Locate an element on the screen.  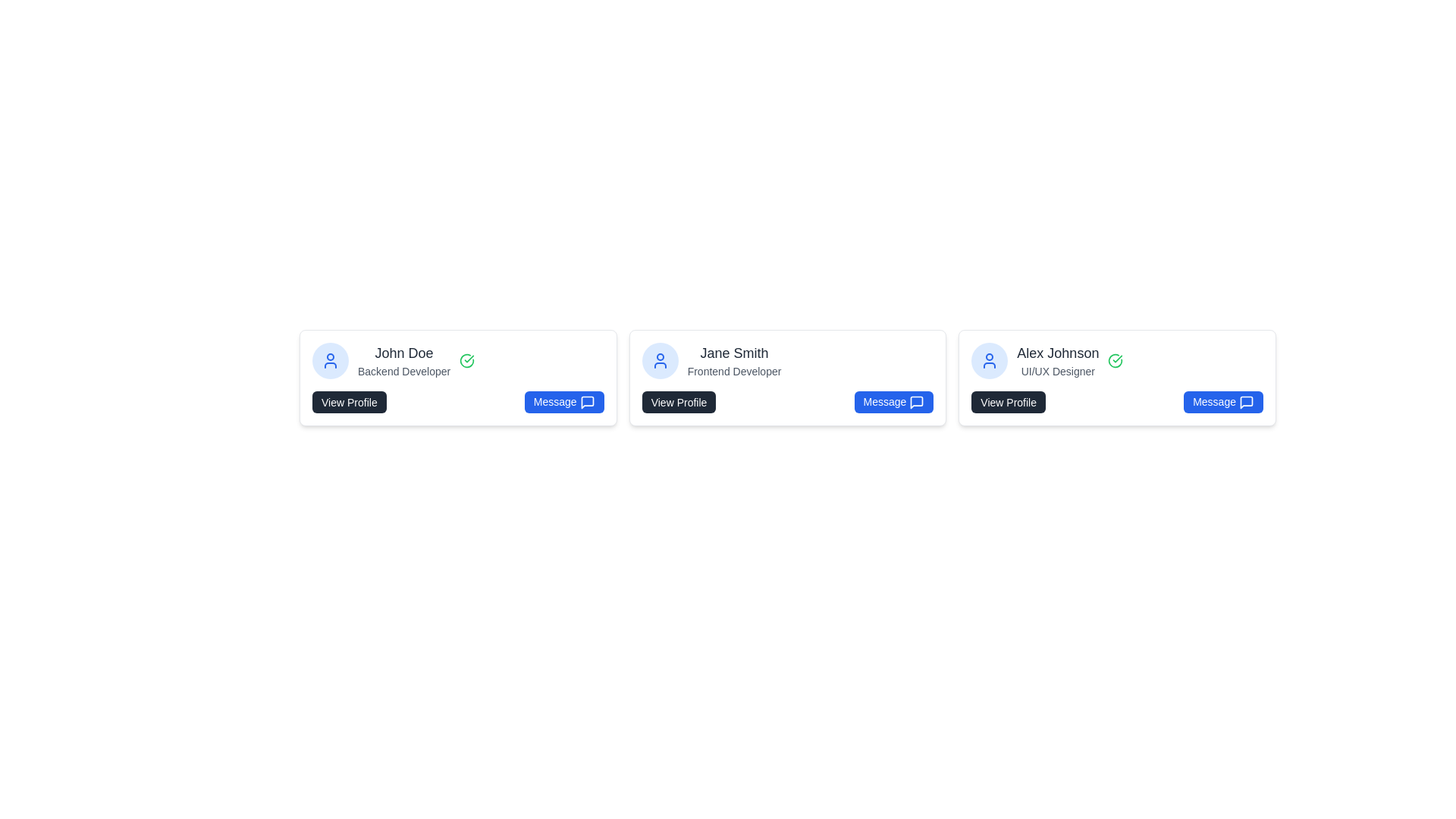
the circular validation badge with a green checkmark located on the right side of the Profile summary section in the third card from the left is located at coordinates (1117, 360).